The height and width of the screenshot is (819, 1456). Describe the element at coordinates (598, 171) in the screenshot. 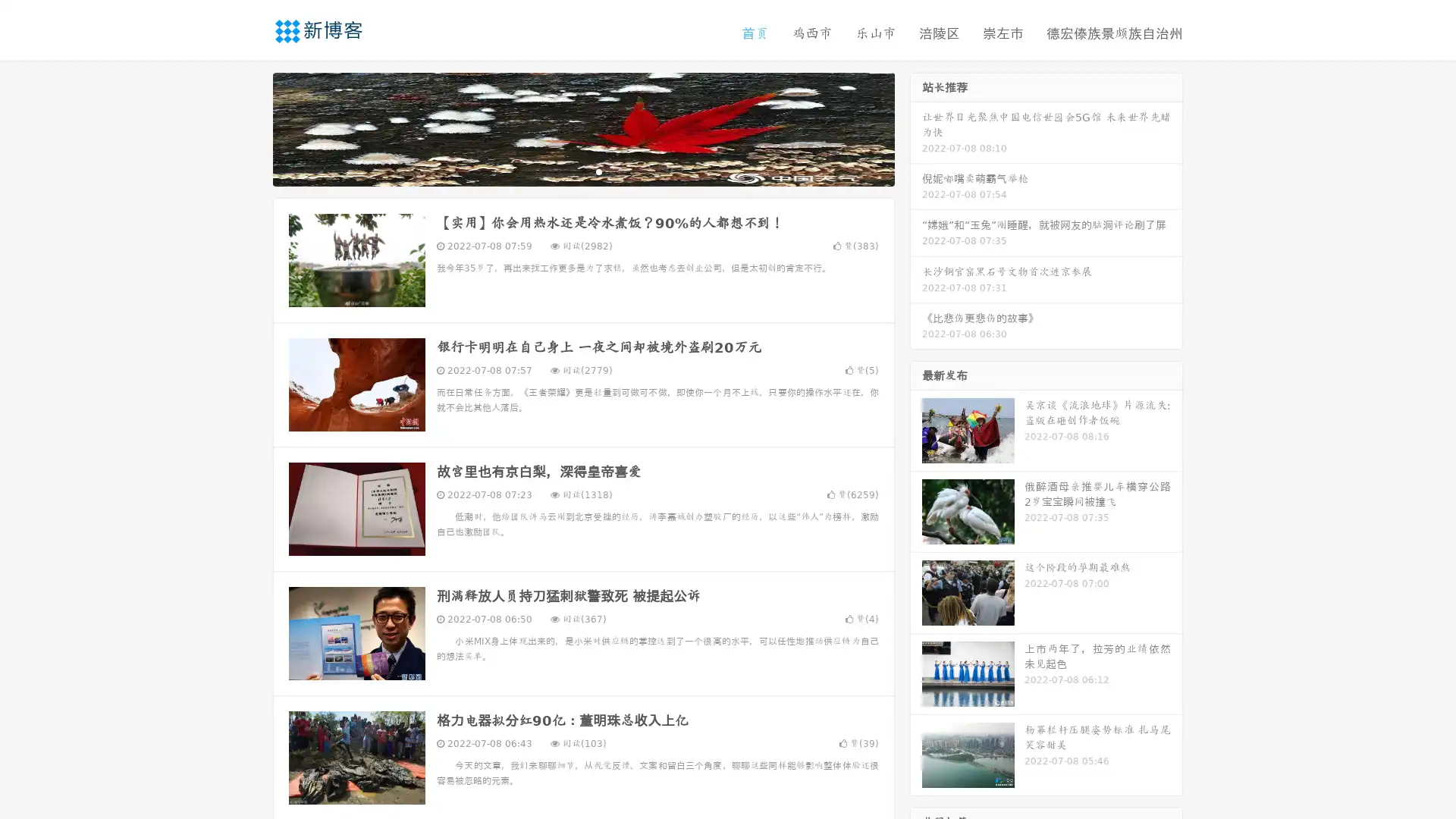

I see `Go to slide 3` at that location.